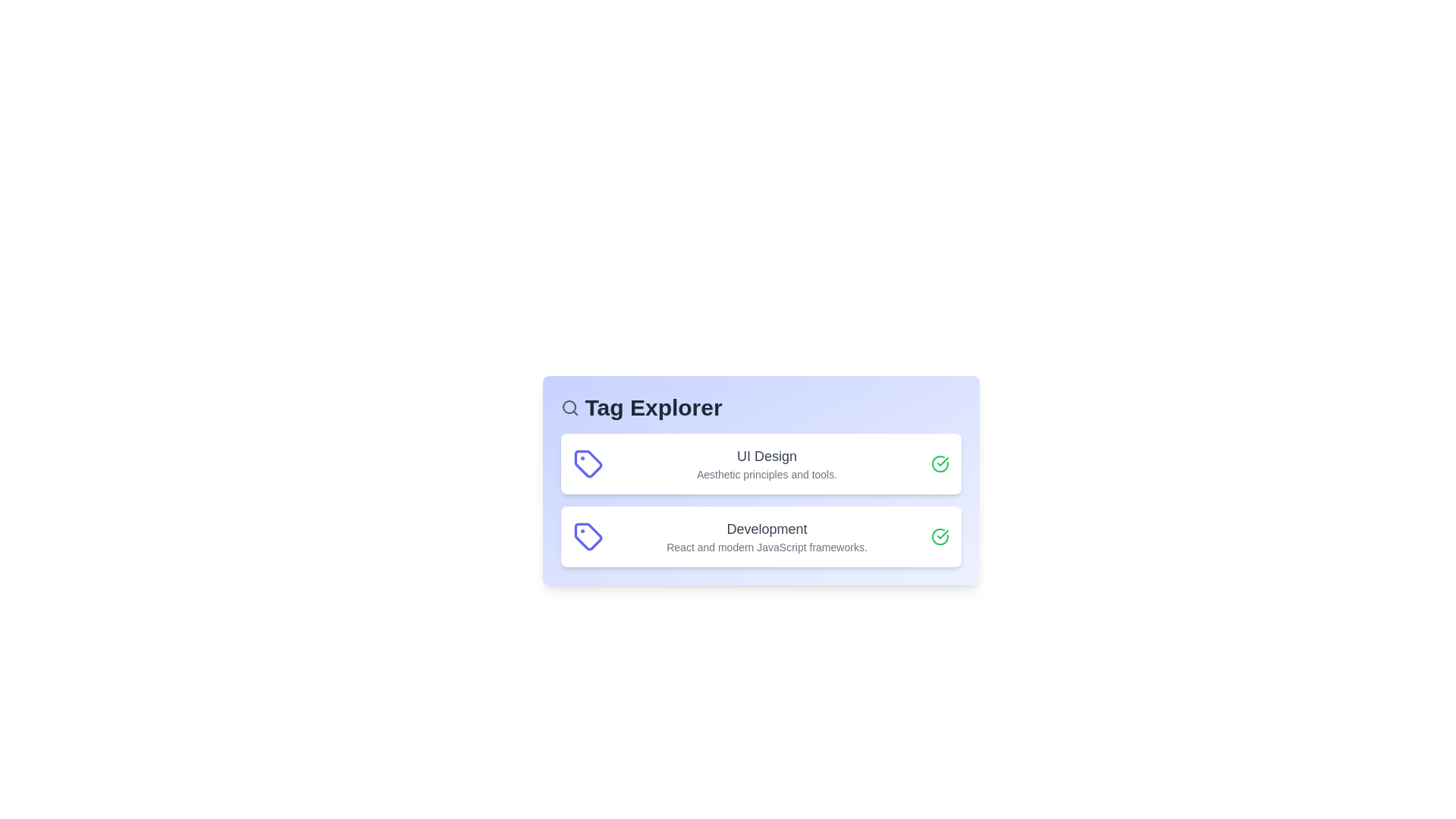 Image resolution: width=1456 pixels, height=819 pixels. I want to click on the tag icon for UI Design, so click(587, 463).